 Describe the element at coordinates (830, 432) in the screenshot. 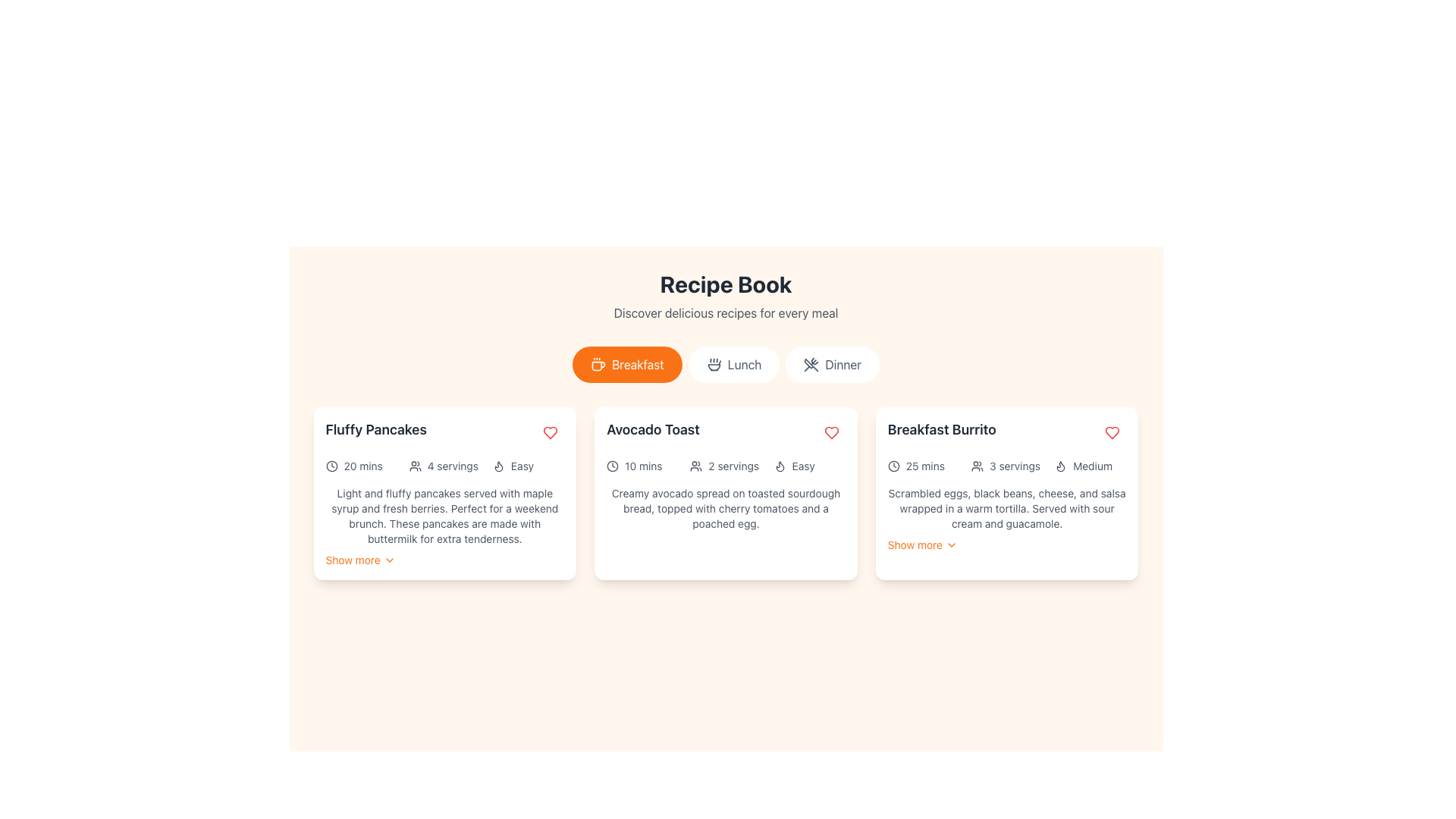

I see `the heart-shaped icon in the third card of the layout for the 'Breakfast Burrito' recipe` at that location.